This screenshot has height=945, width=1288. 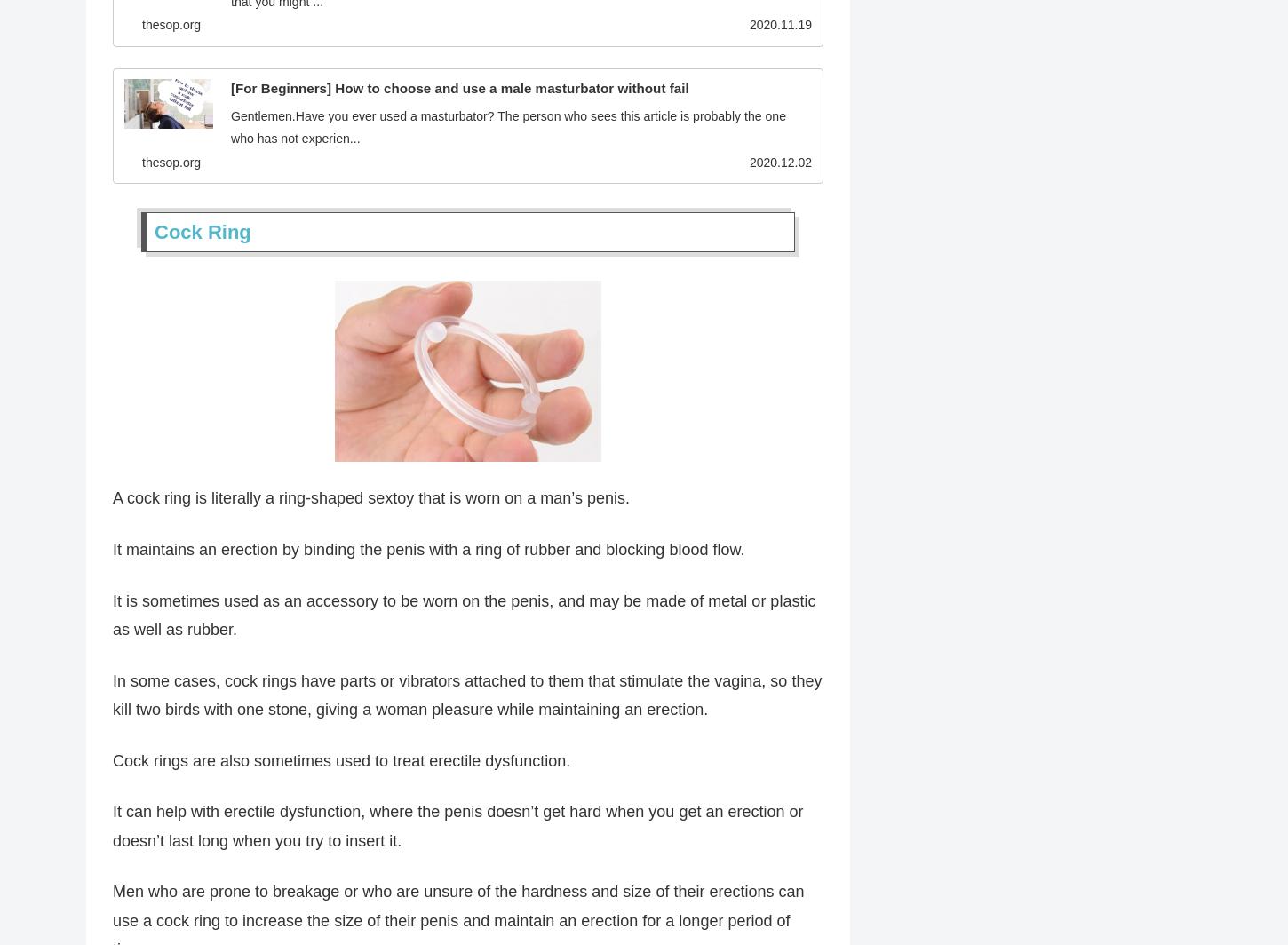 I want to click on 'In some cases, cock rings have parts or vibrators attached to them that stimulate the vagina, so they kill two birds with one stone, giving a woman pleasure while maintaining an erection.', so click(x=112, y=697).